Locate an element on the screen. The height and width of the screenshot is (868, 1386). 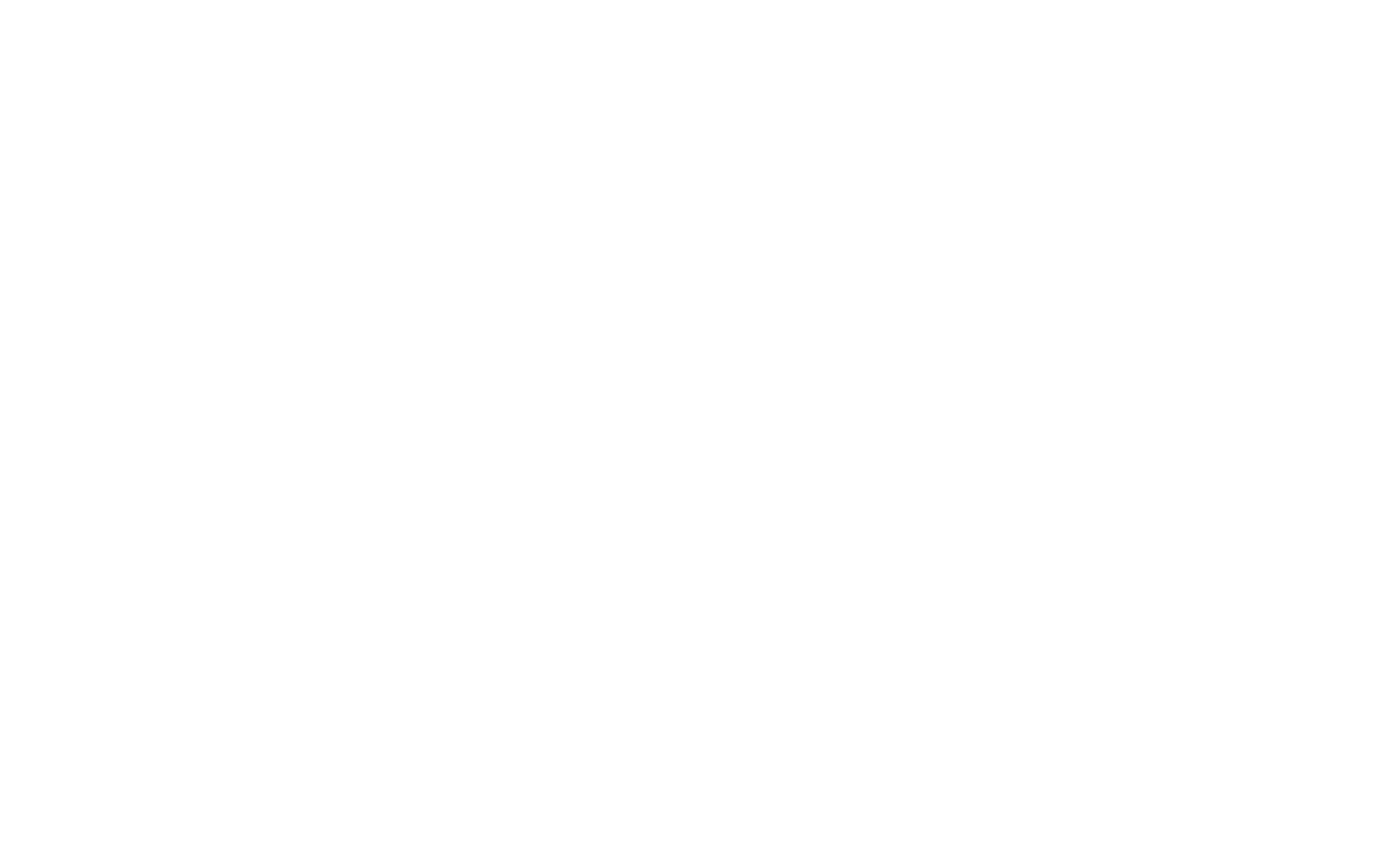
'(MO - FR 9:00 - 17:00)' is located at coordinates (442, 461).